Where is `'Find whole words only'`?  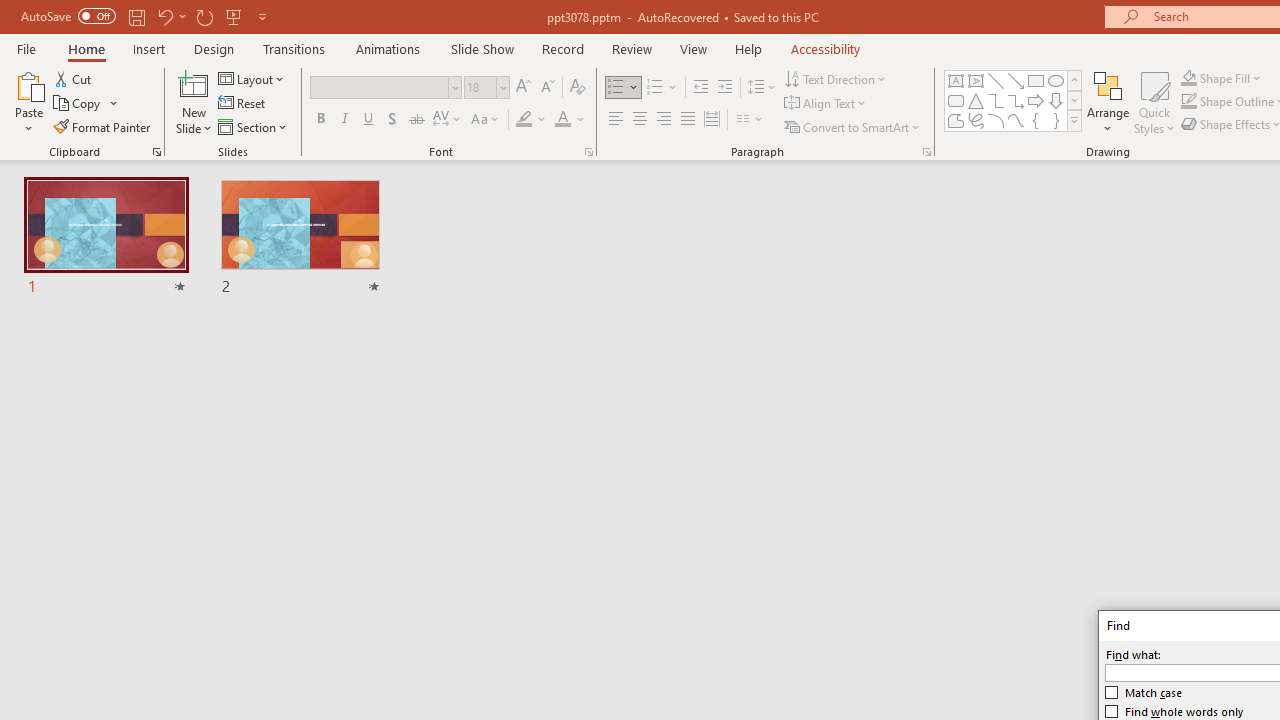 'Find whole words only' is located at coordinates (1175, 711).